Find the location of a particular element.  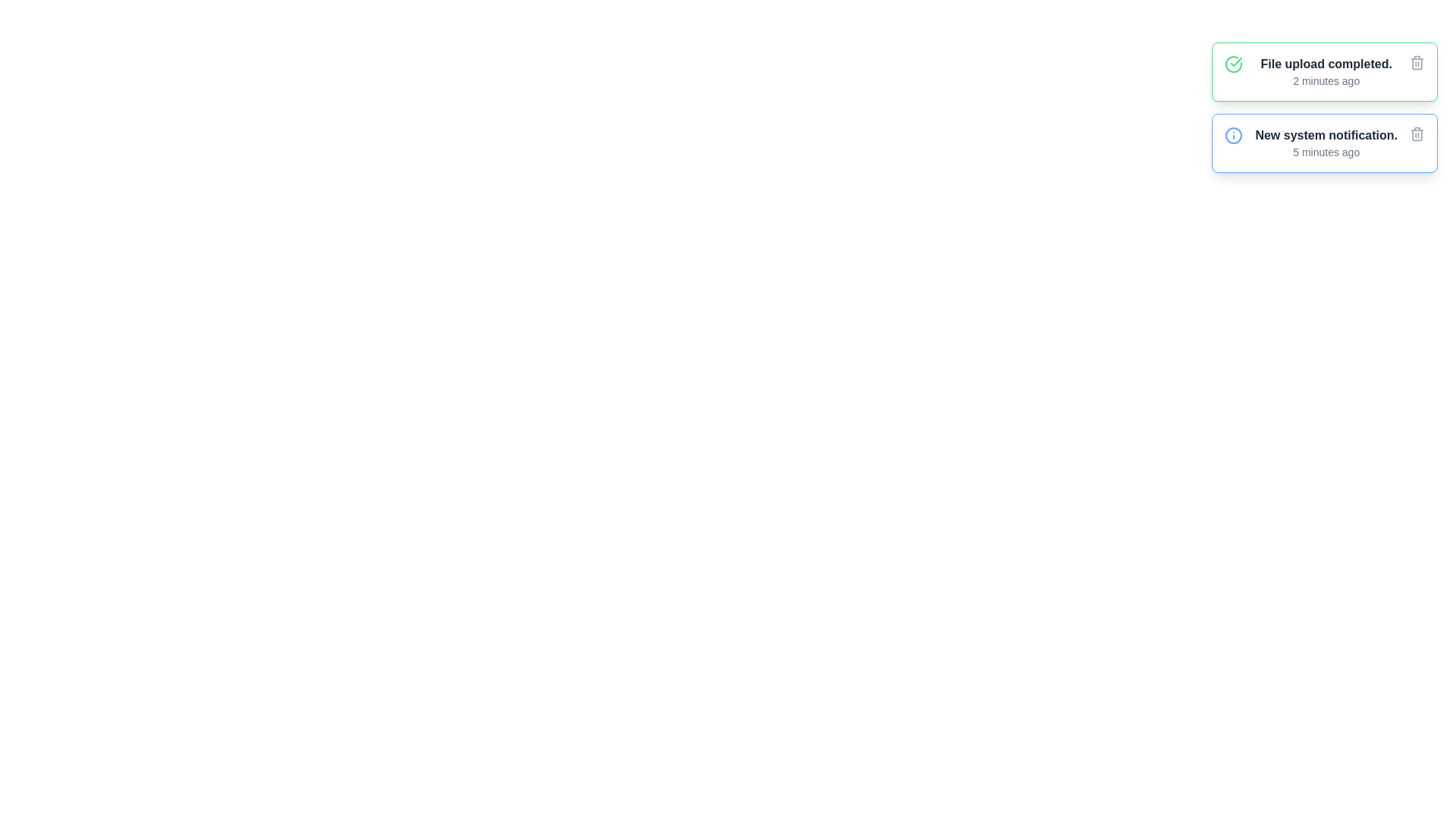

the notification icon to inspect it is located at coordinates (1234, 63).